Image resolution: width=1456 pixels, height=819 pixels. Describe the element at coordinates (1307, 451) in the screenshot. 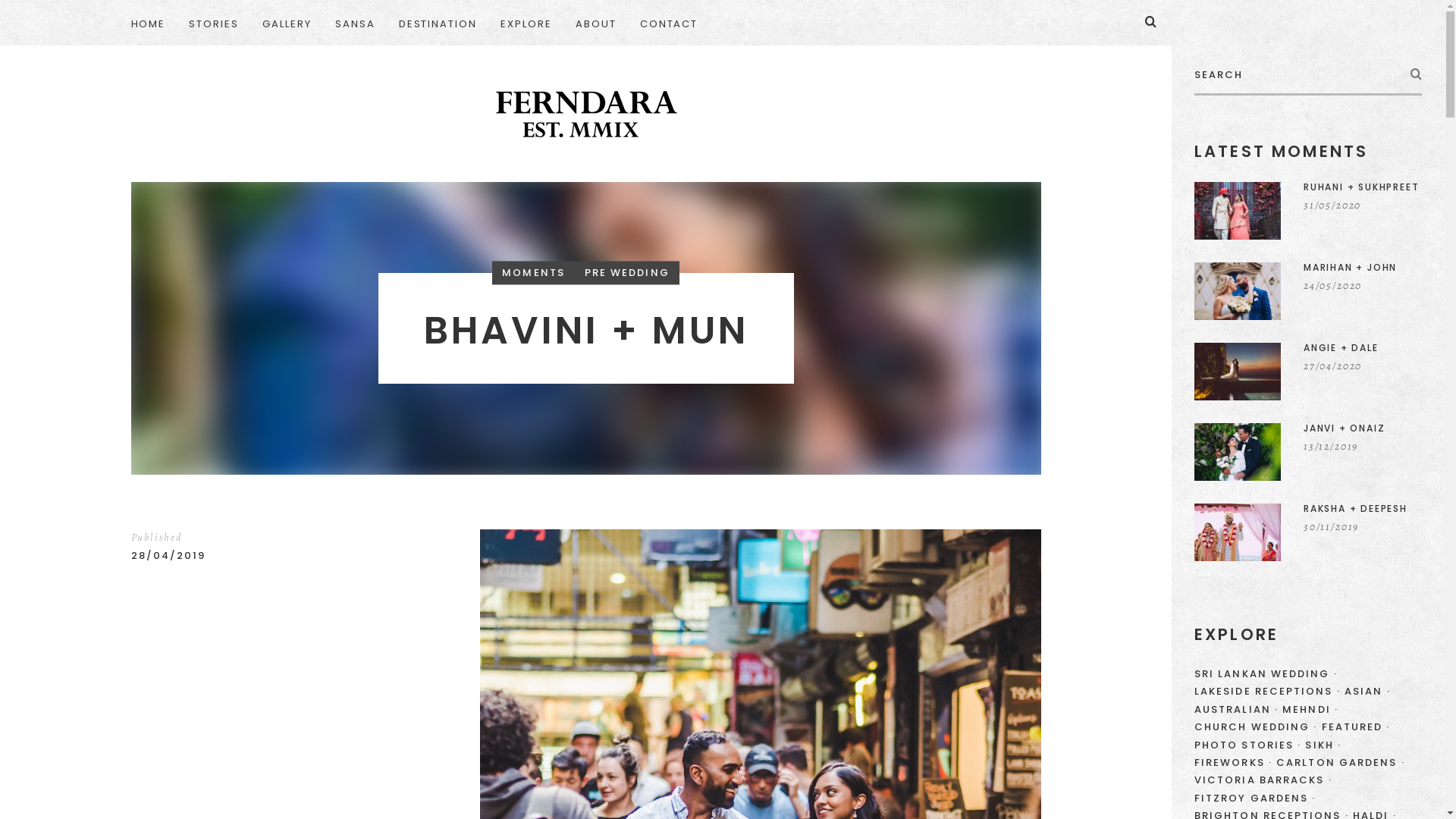

I see `'JANVI + ONAIZ` at that location.